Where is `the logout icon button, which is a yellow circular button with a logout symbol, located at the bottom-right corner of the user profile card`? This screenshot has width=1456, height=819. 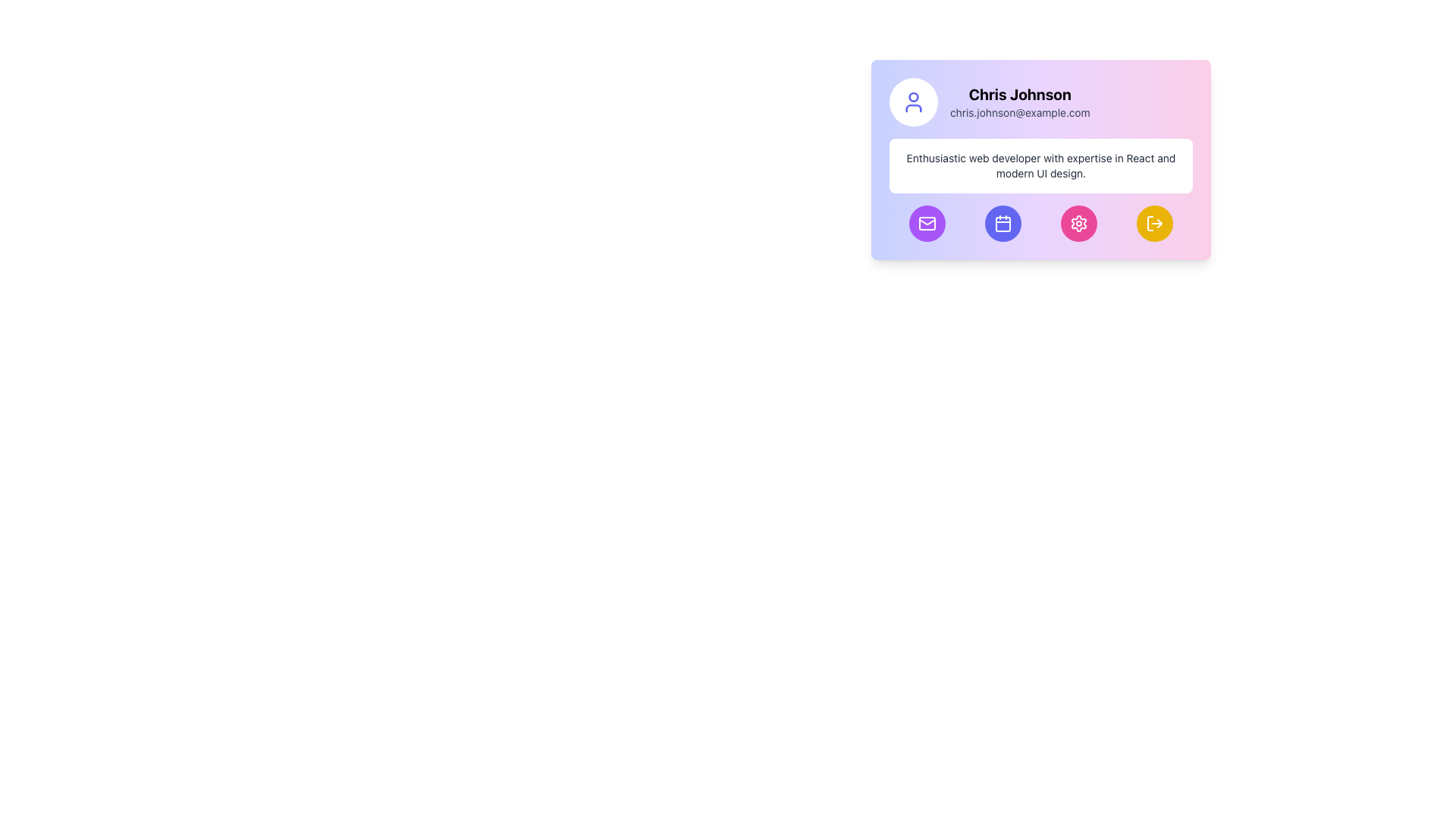
the logout icon button, which is a yellow circular button with a logout symbol, located at the bottom-right corner of the user profile card is located at coordinates (1153, 223).